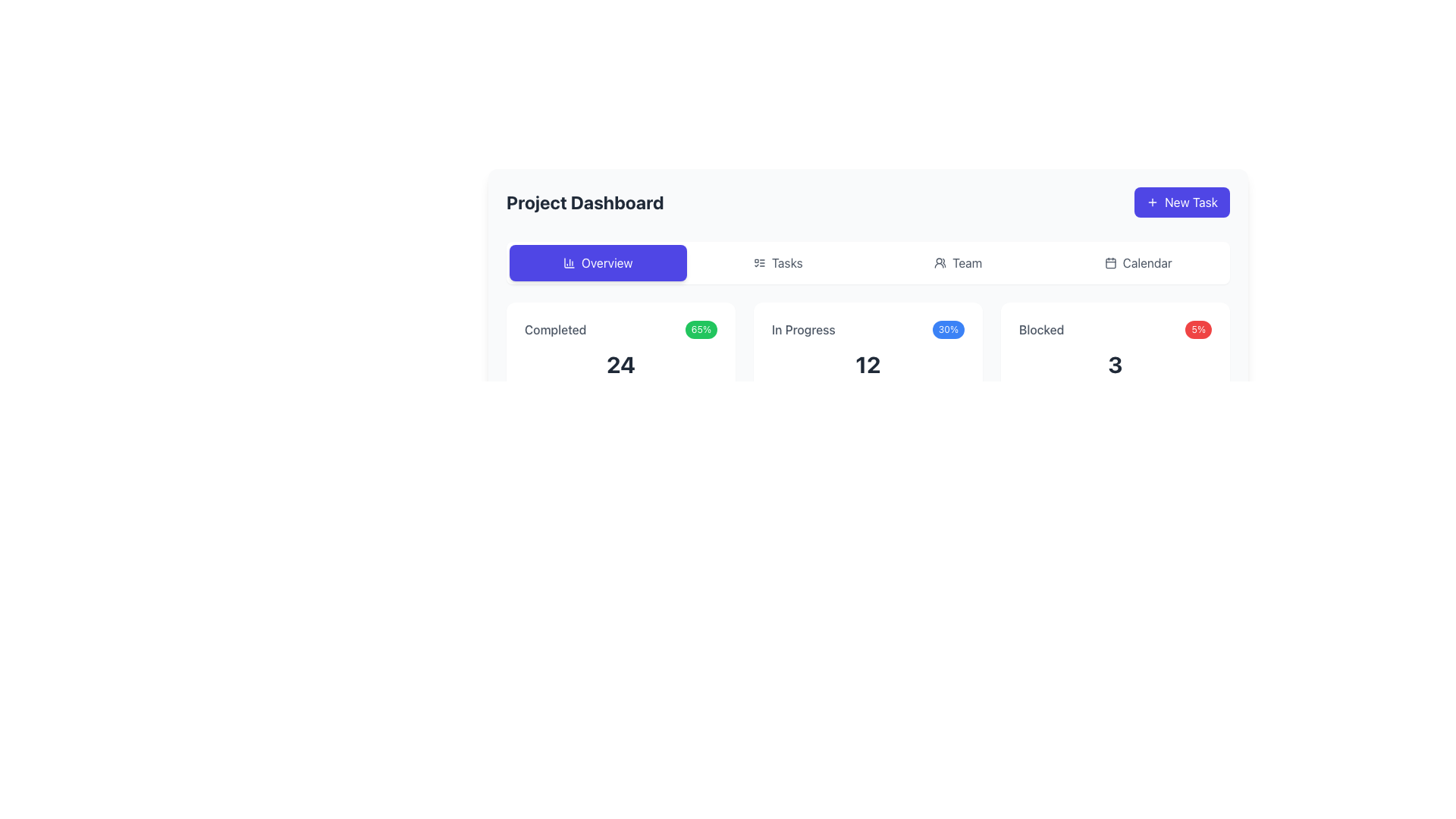  I want to click on the Text label located in the header section, positioned between the 'Team' button and the 'New Task' button, so click(1147, 262).